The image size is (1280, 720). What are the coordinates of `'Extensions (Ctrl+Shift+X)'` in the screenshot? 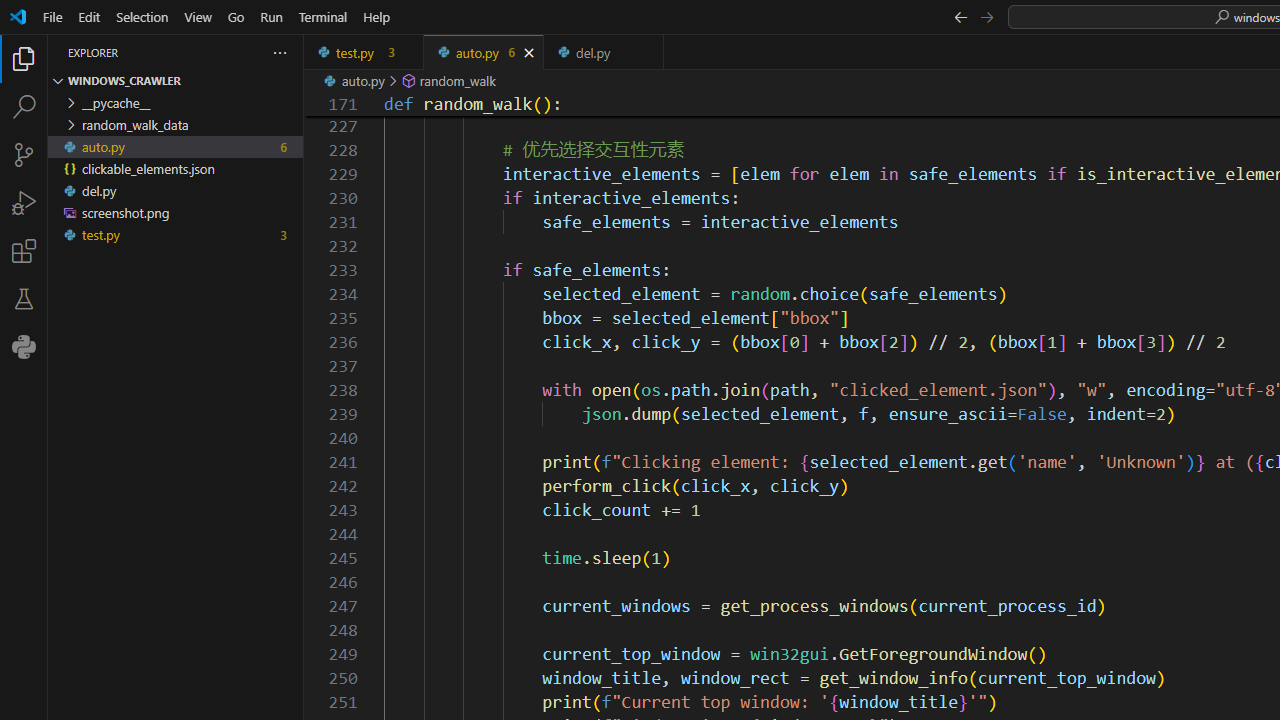 It's located at (24, 249).